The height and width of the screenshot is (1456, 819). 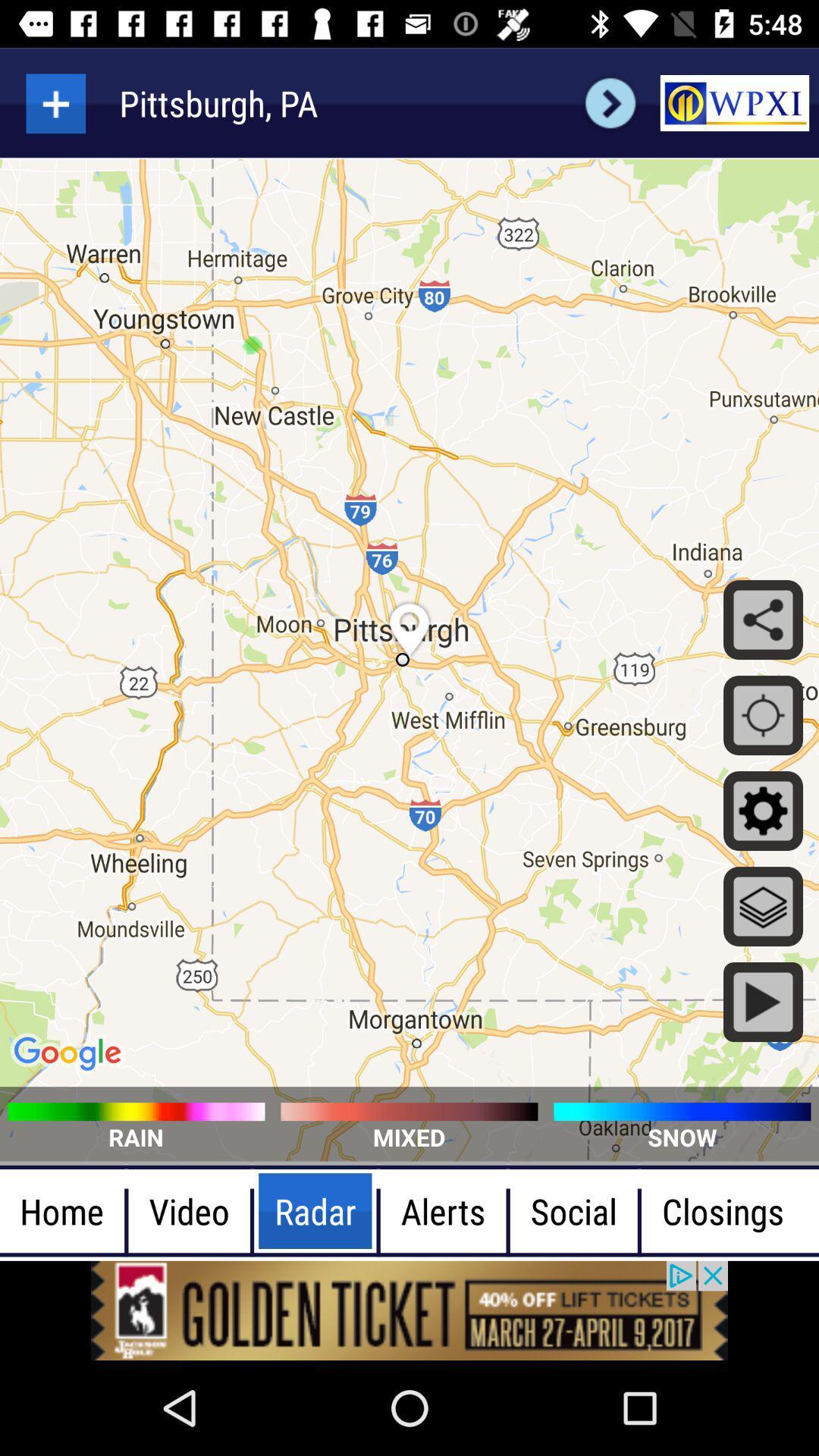 I want to click on press for next location, so click(x=610, y=102).